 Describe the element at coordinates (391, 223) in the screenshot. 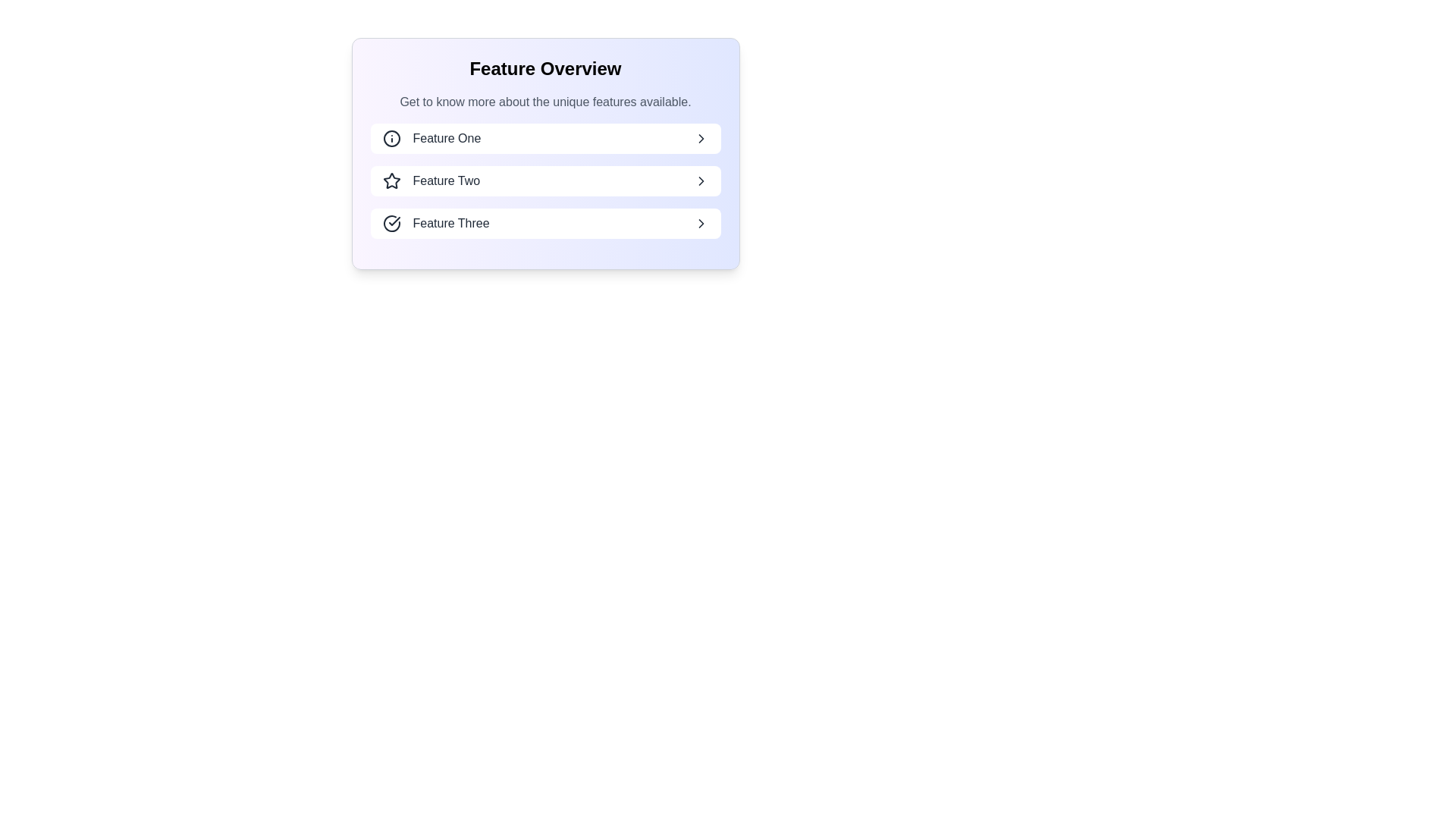

I see `the circular checkmark icon associated with 'Feature Three' in the 'Feature Overview' dialog box` at that location.